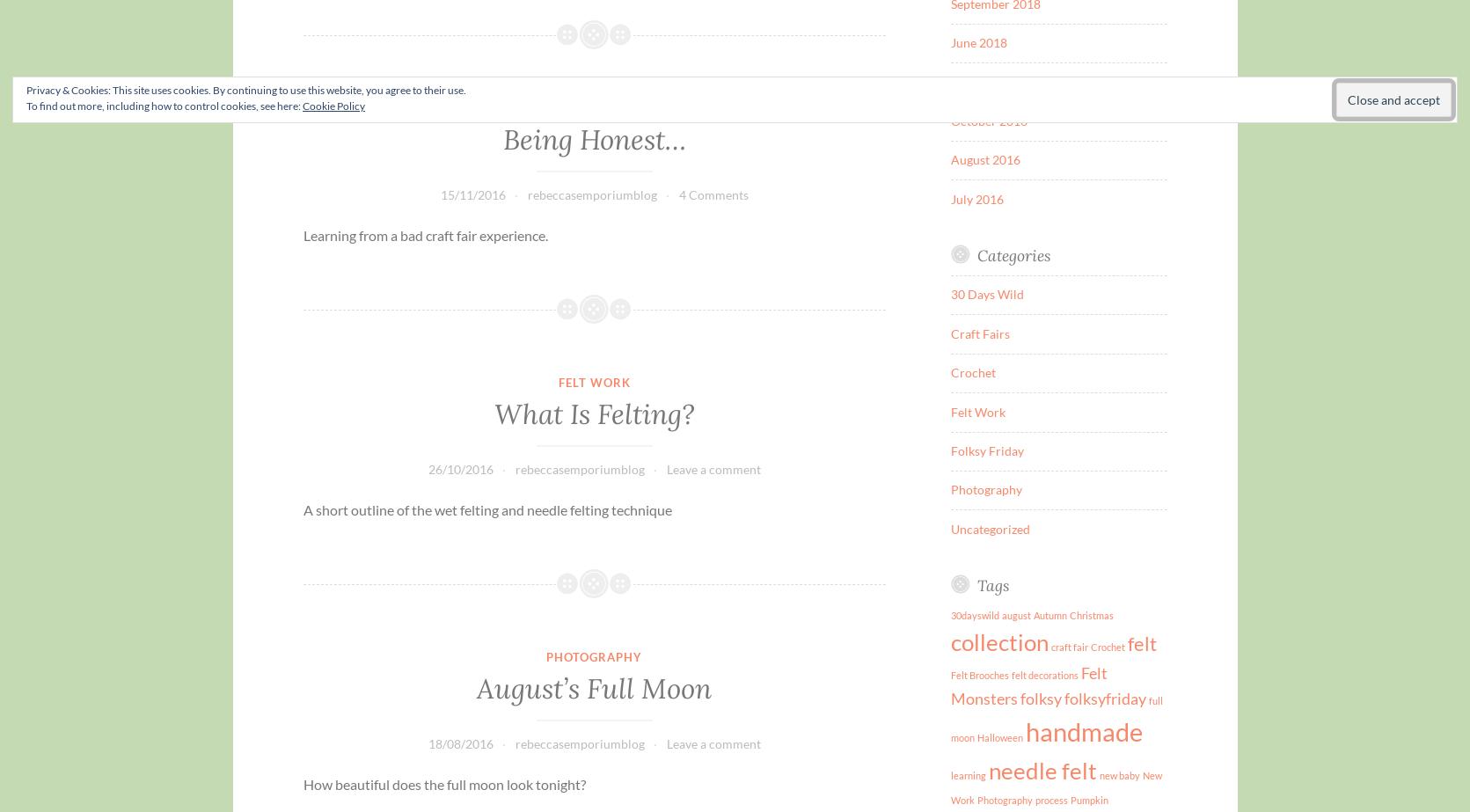  Describe the element at coordinates (423, 234) in the screenshot. I see `'Learning from a bad craft fair experience.'` at that location.